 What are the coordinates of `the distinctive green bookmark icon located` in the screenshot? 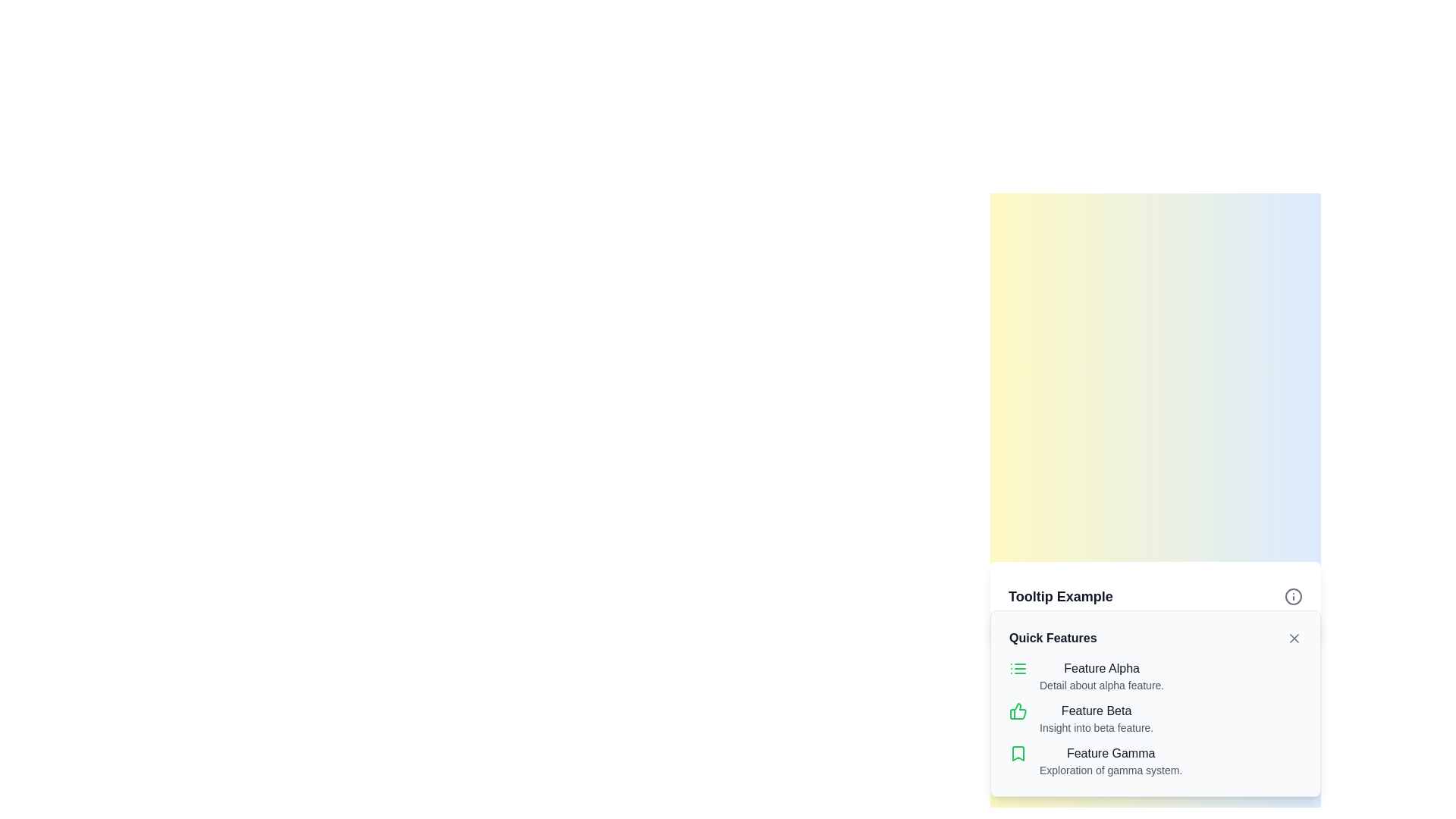 It's located at (1018, 754).